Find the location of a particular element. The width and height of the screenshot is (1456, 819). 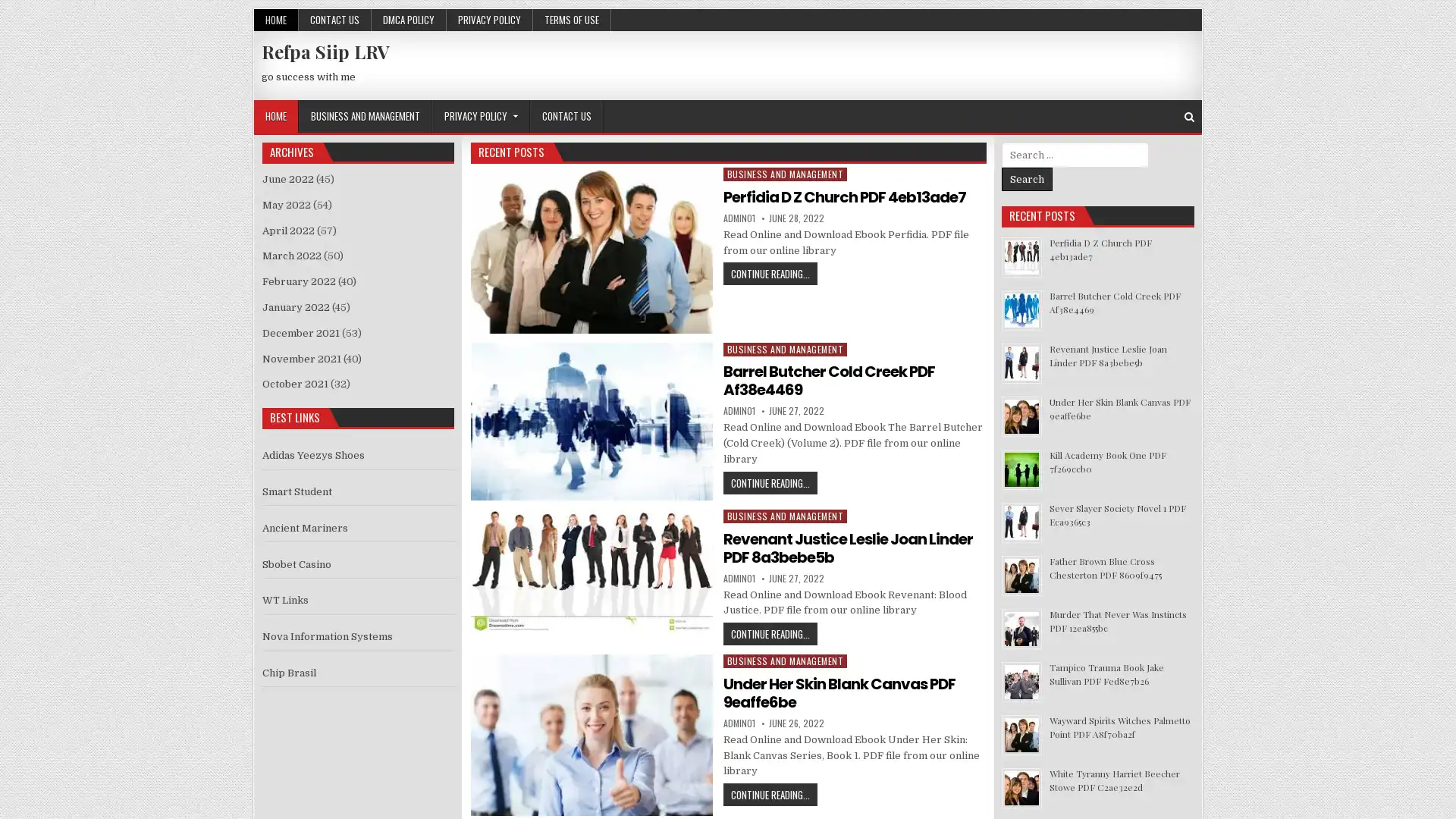

Search is located at coordinates (1027, 178).